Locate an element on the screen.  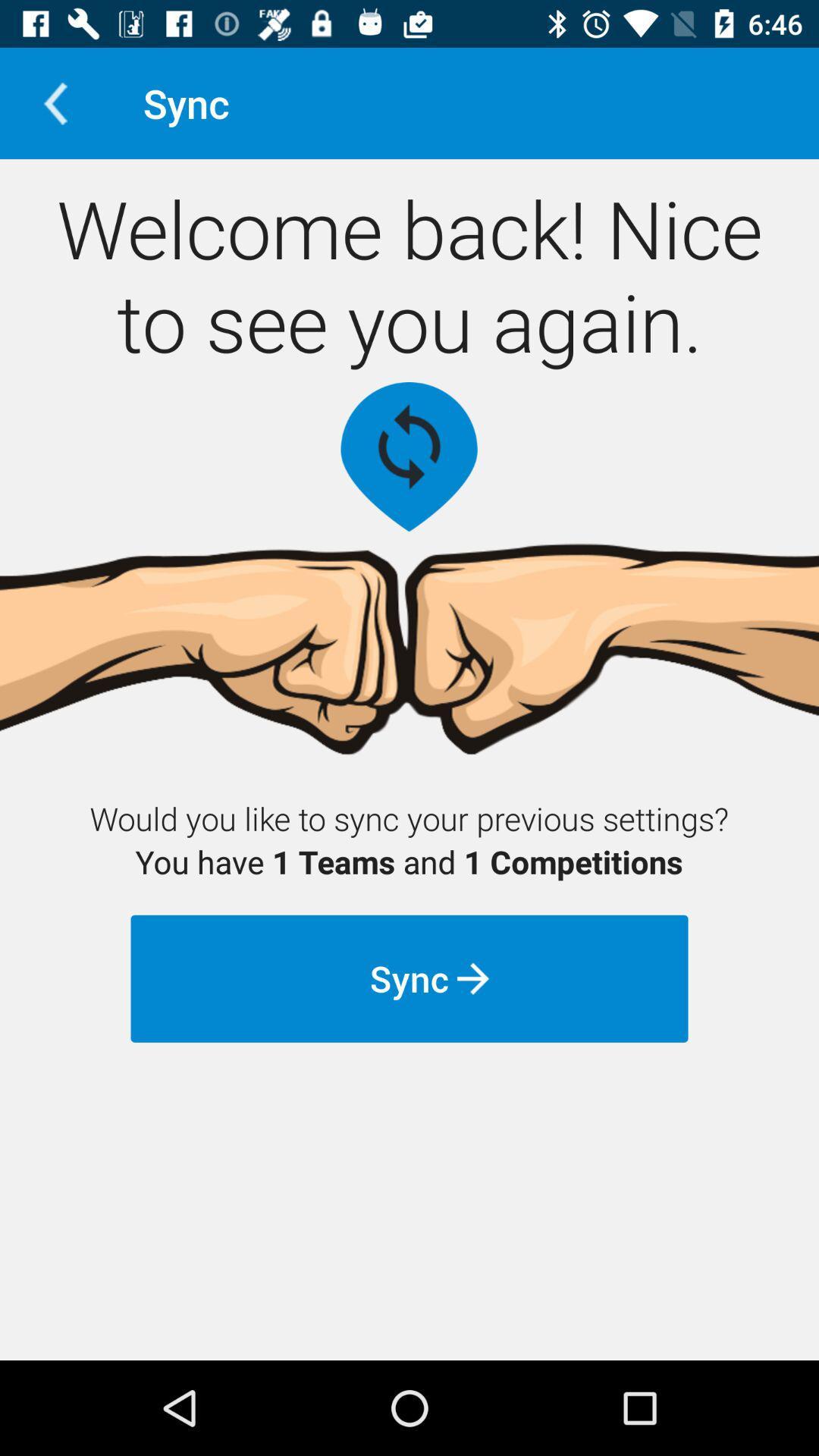
the item next to sync icon is located at coordinates (55, 102).